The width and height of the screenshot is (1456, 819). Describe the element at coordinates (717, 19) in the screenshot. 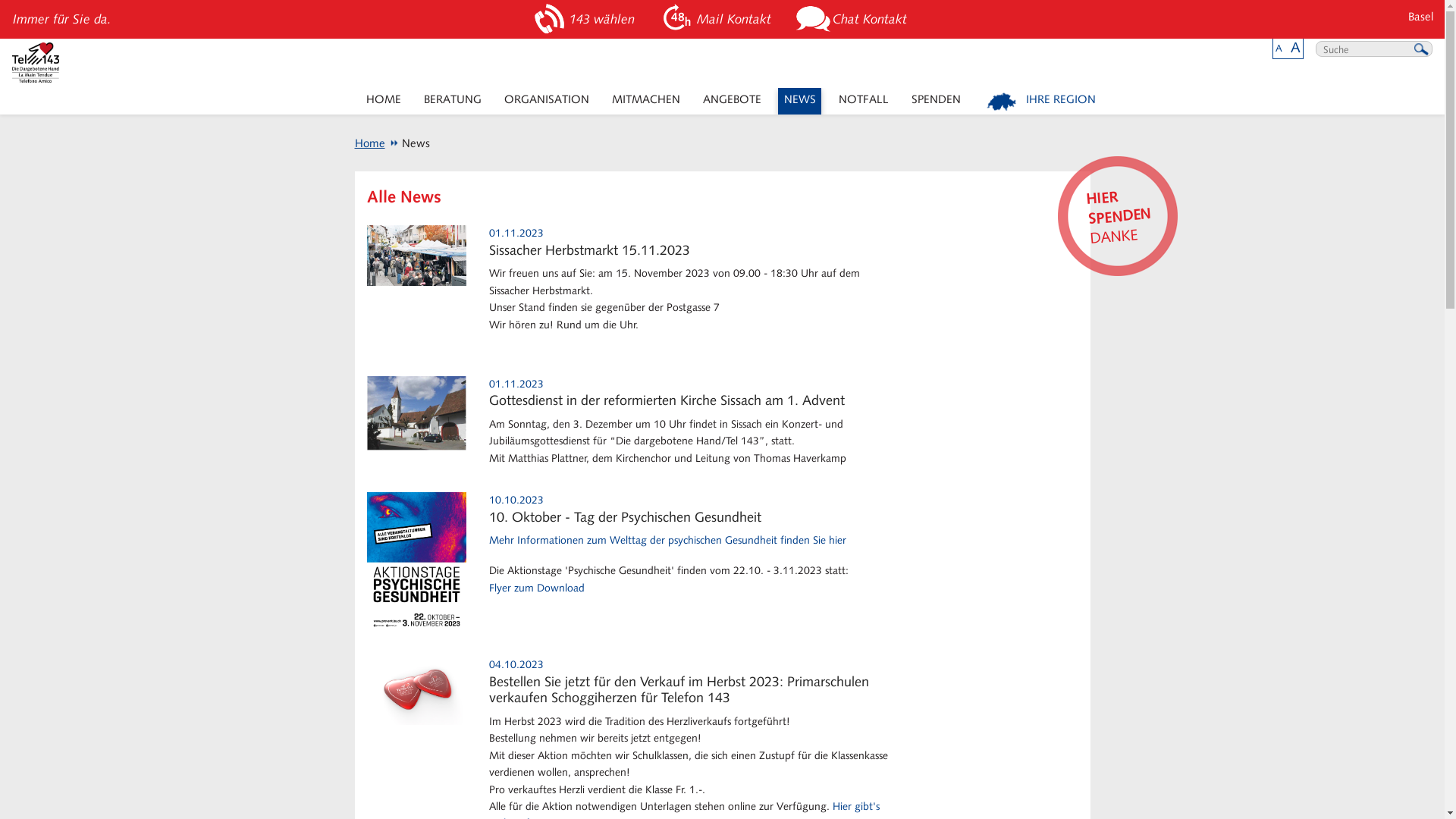

I see `'Mail Kontakt'` at that location.